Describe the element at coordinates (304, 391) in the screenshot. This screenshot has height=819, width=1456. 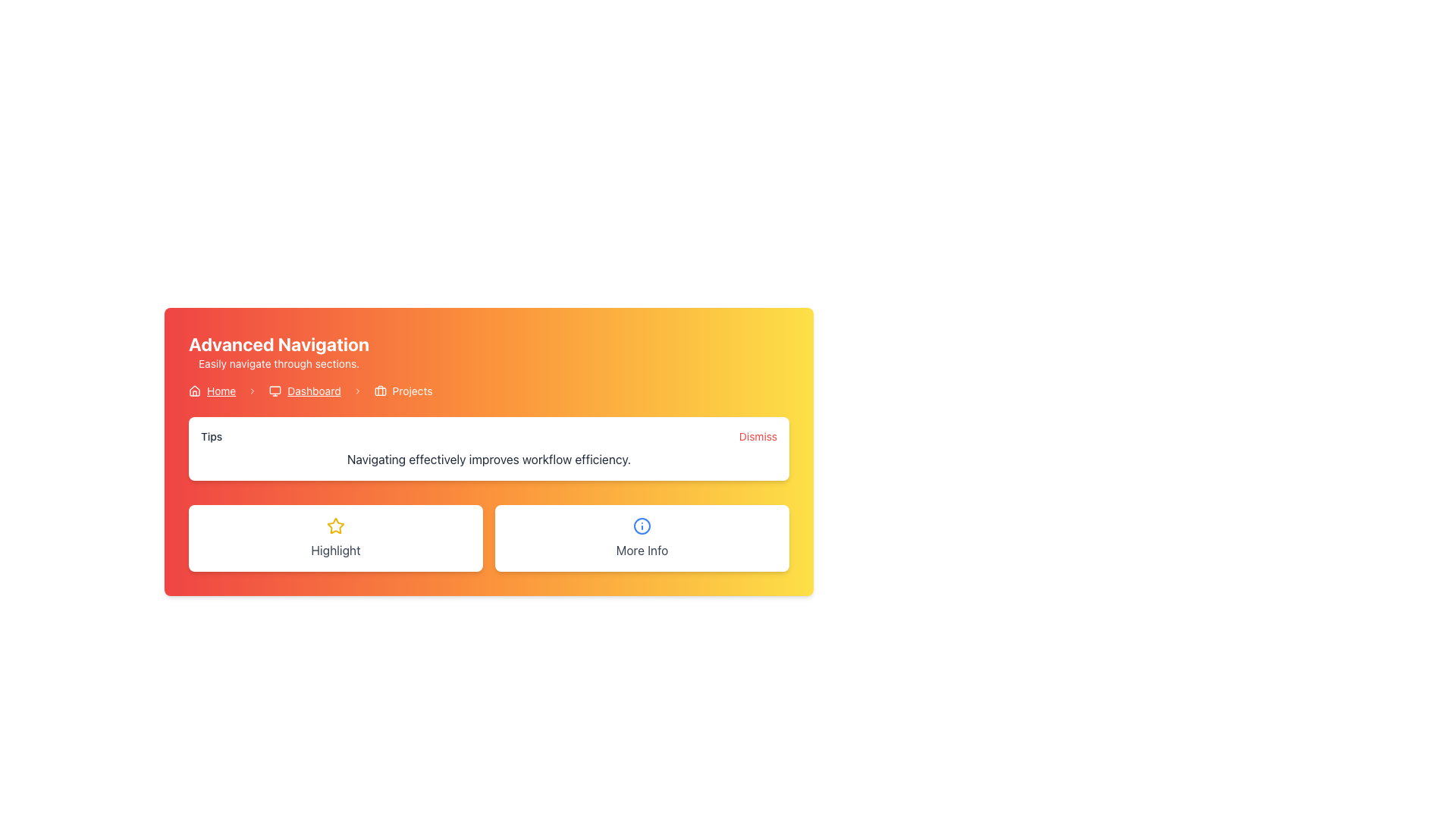
I see `the clickable link with an icon and text located in the breadcrumb navigation, positioned between the 'Home' and 'Projects' links` at that location.